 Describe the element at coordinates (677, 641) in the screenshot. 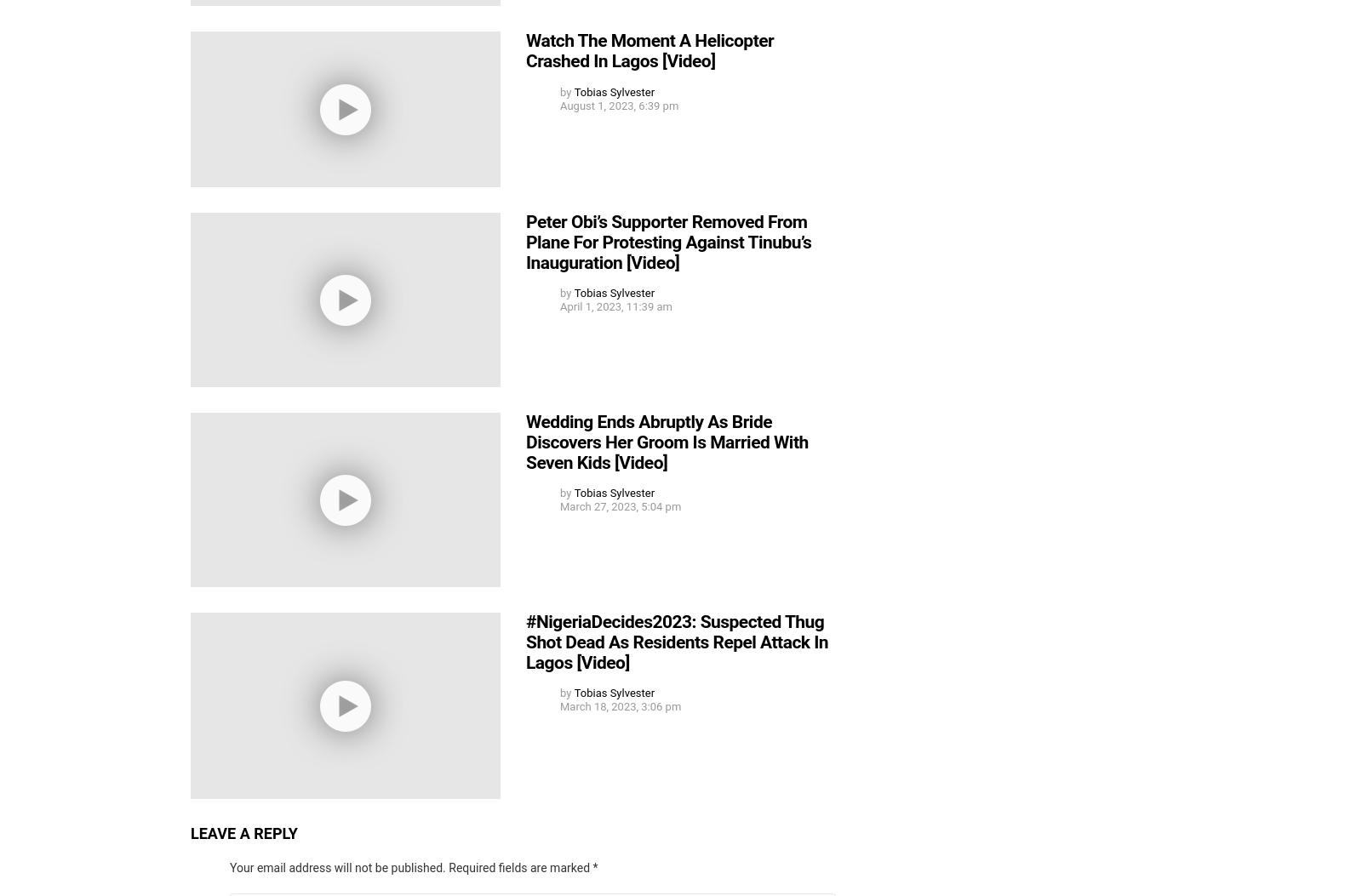

I see `'#NigeriaDecides2023: Suspected Thug Shot Dead As Residents Repel Attack In Lagos [Video]'` at that location.